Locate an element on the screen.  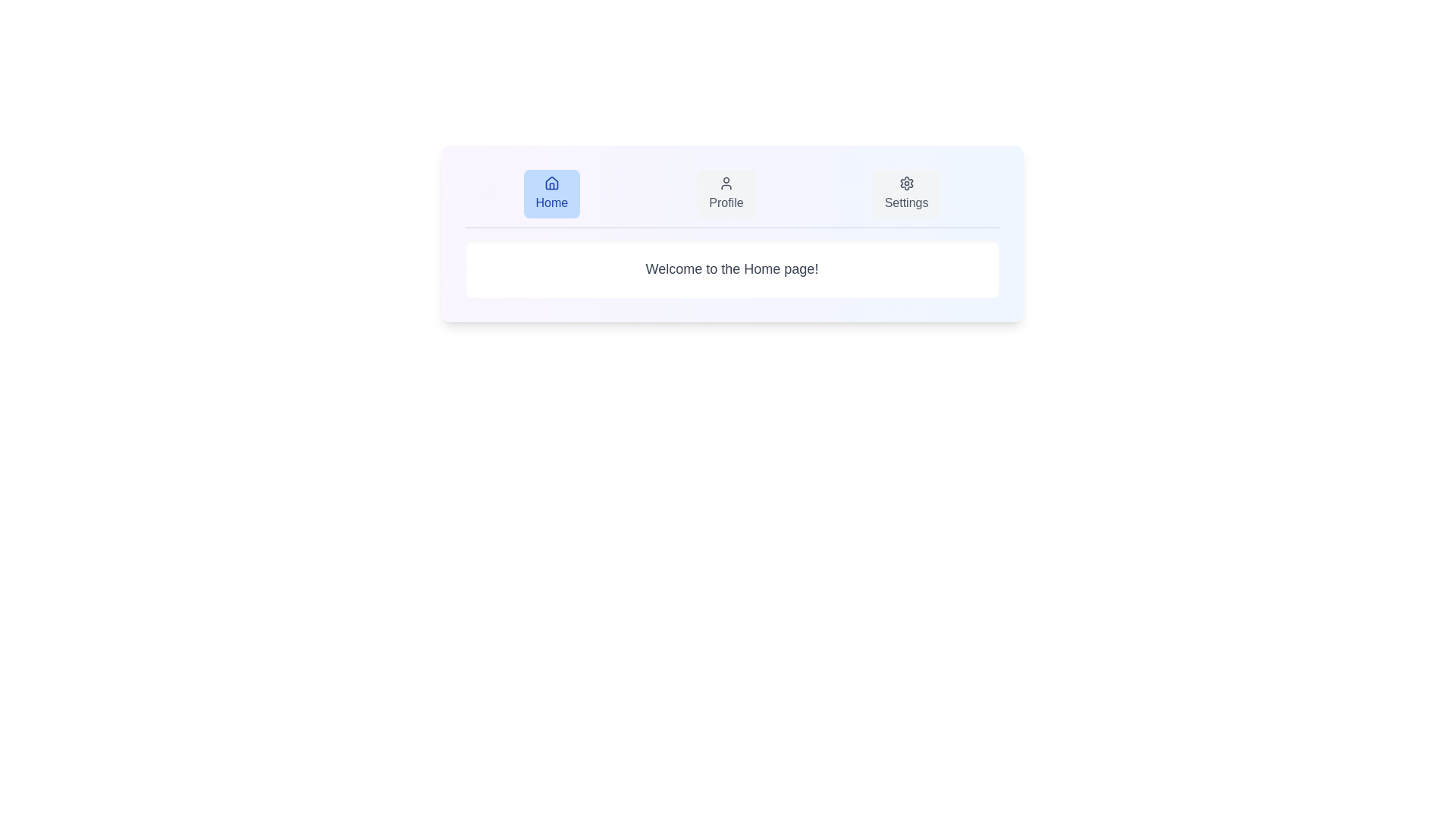
the Settings tab by clicking on it is located at coordinates (906, 193).